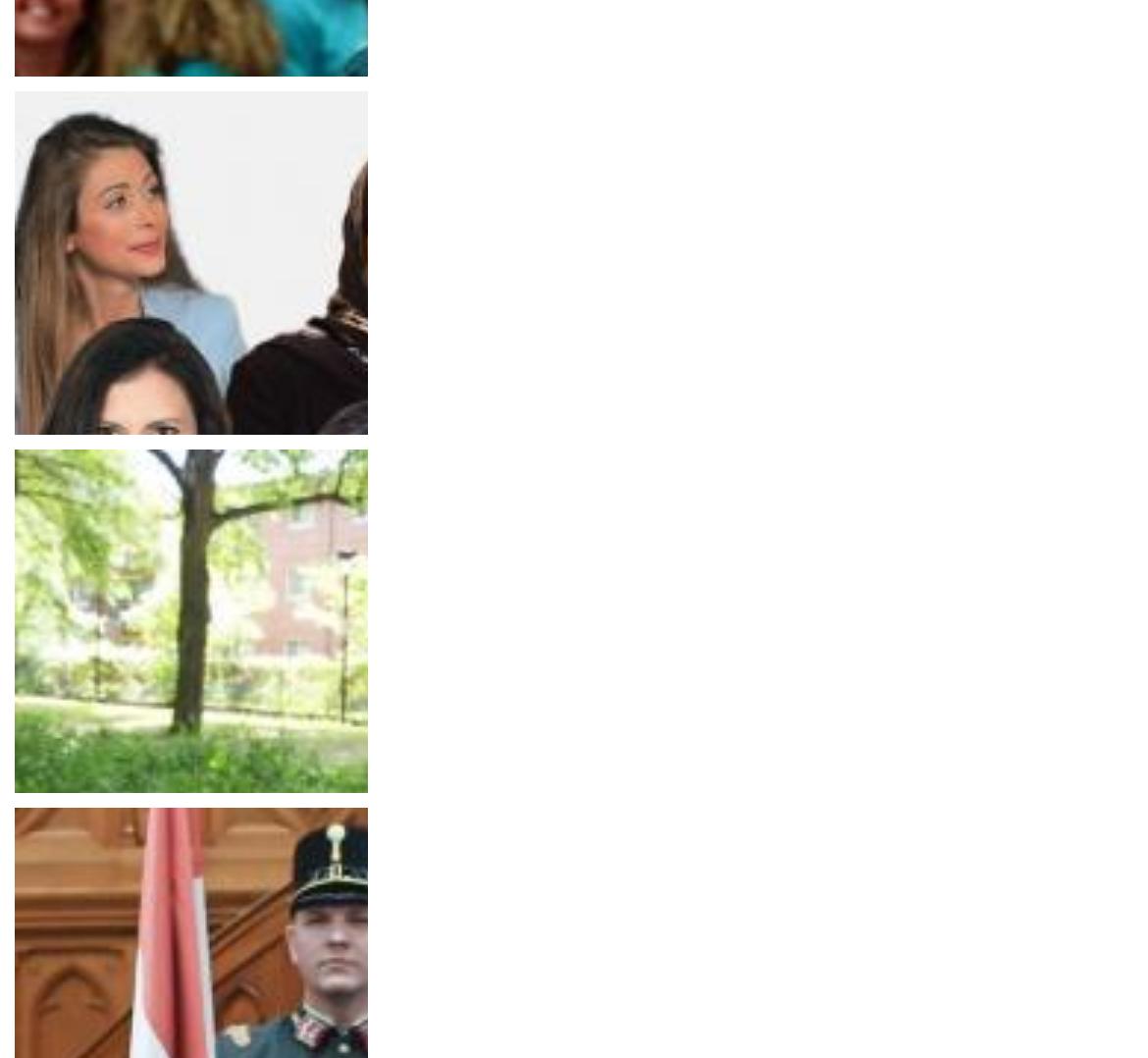 This screenshot has width=1148, height=1058. Describe the element at coordinates (101, 790) in the screenshot. I see `'Thursday, May 19, 2022'` at that location.